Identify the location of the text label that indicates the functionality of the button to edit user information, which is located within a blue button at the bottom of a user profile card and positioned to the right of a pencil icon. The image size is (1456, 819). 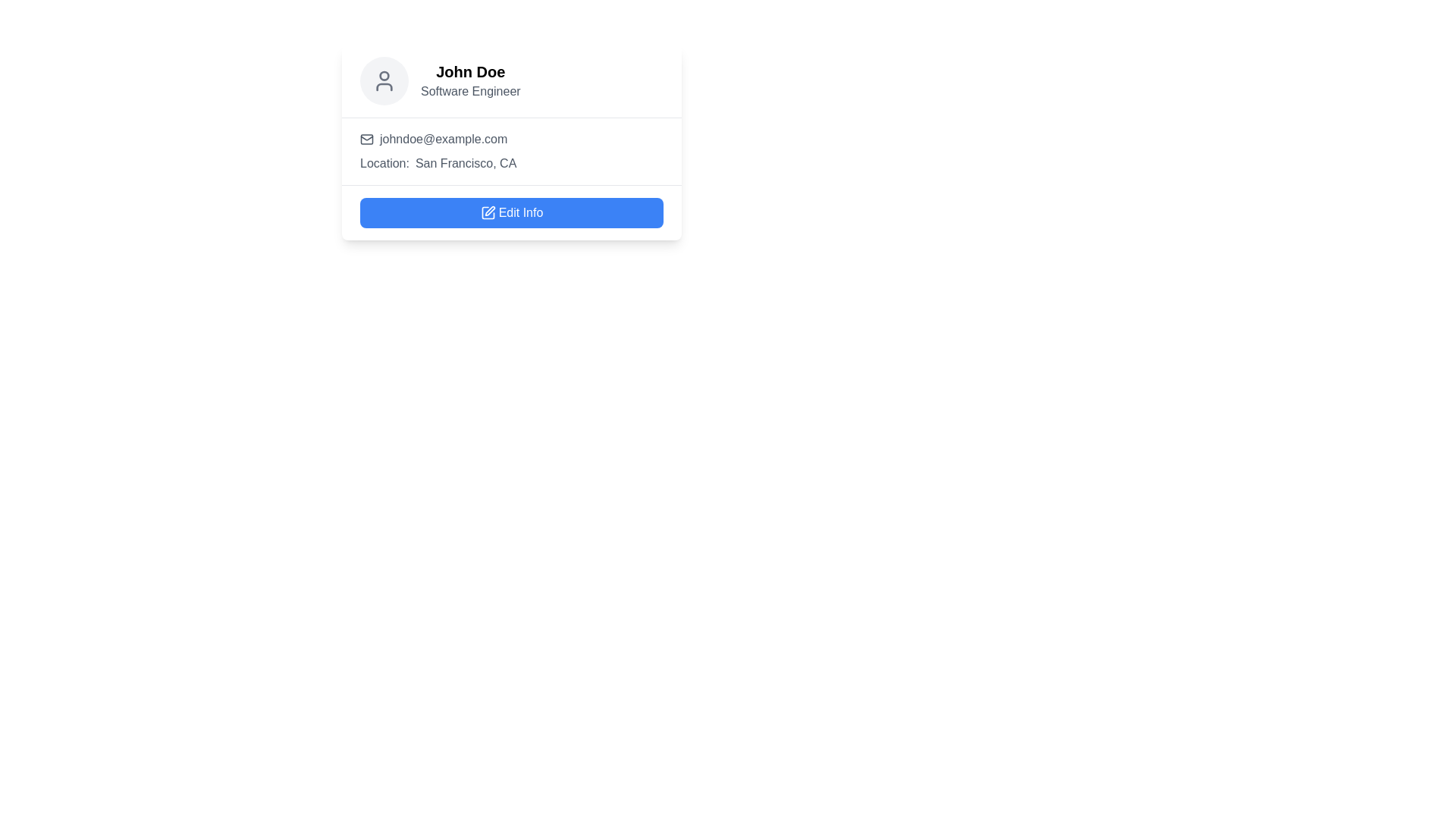
(520, 213).